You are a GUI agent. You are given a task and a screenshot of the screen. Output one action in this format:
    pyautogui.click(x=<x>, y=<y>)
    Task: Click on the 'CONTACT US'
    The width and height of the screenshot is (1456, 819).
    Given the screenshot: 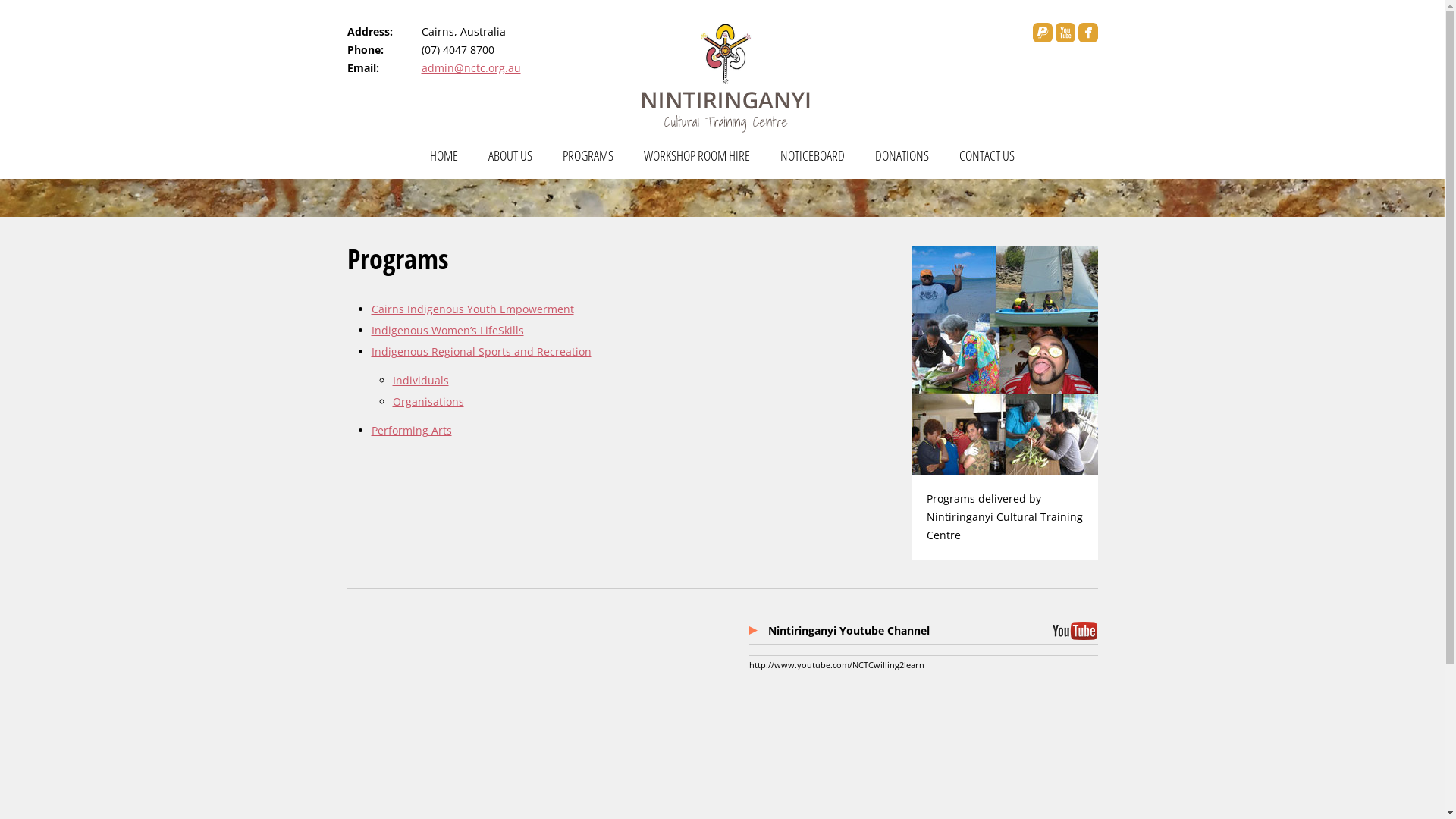 What is the action you would take?
    pyautogui.click(x=987, y=161)
    